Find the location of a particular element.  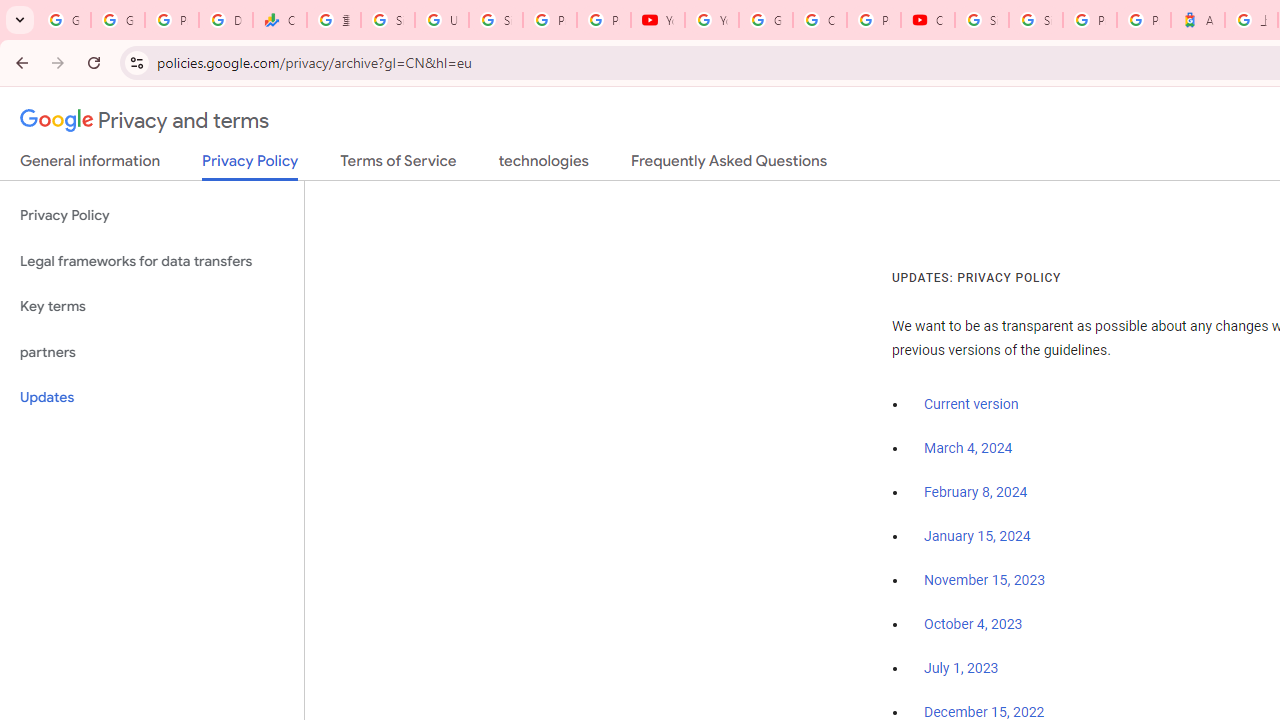

'Legal frameworks for data transfers' is located at coordinates (151, 260).